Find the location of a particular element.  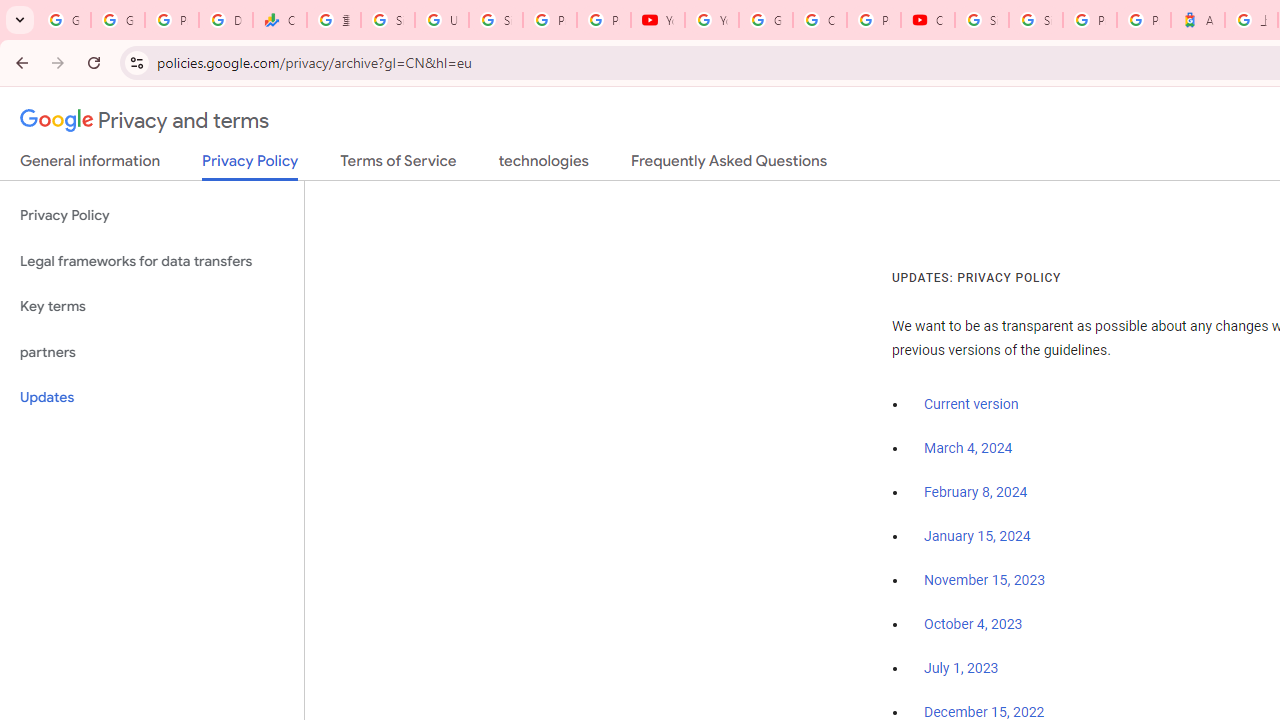

'Legal frameworks for data transfers' is located at coordinates (151, 260).